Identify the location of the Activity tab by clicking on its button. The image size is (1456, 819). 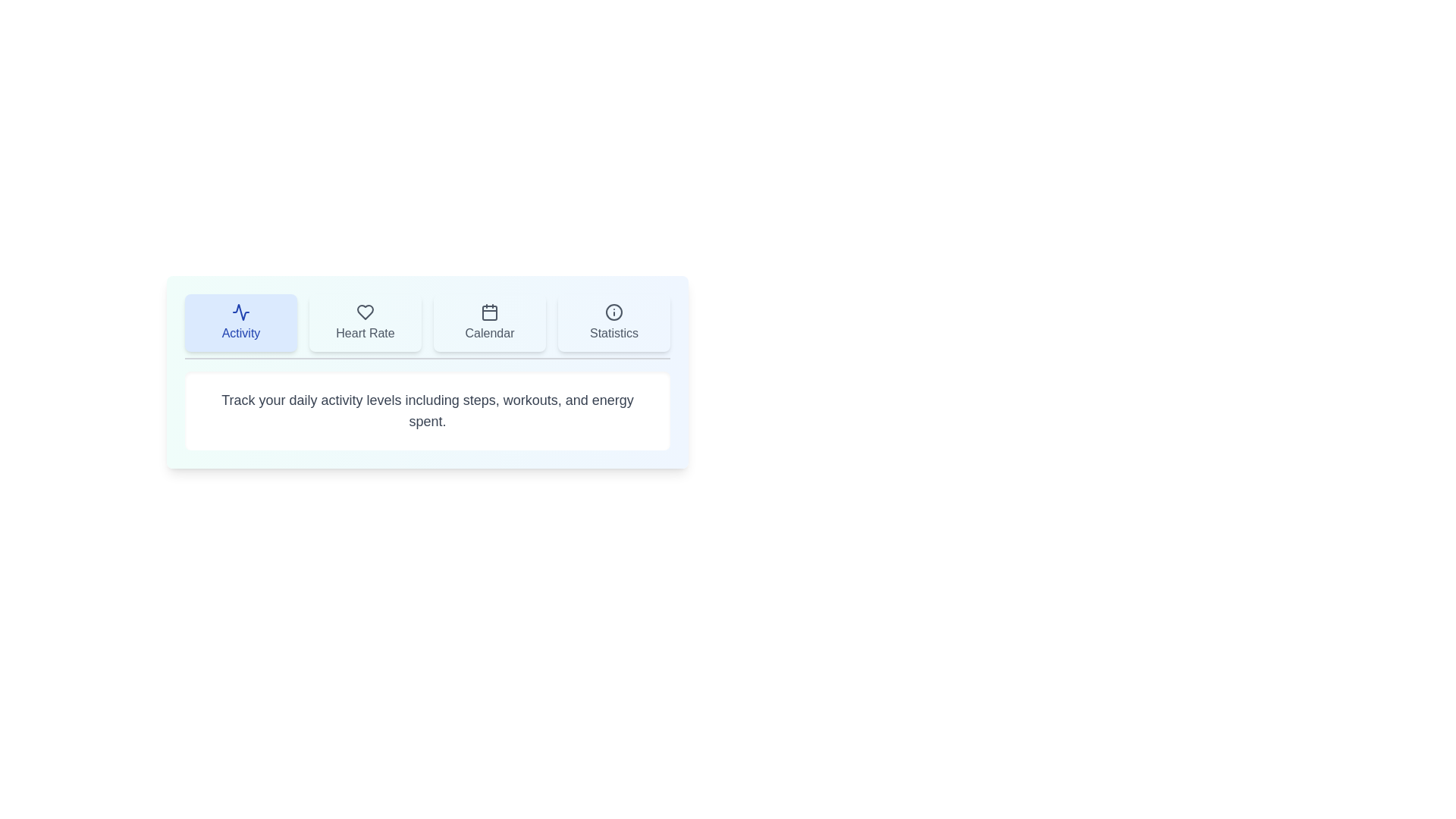
(240, 322).